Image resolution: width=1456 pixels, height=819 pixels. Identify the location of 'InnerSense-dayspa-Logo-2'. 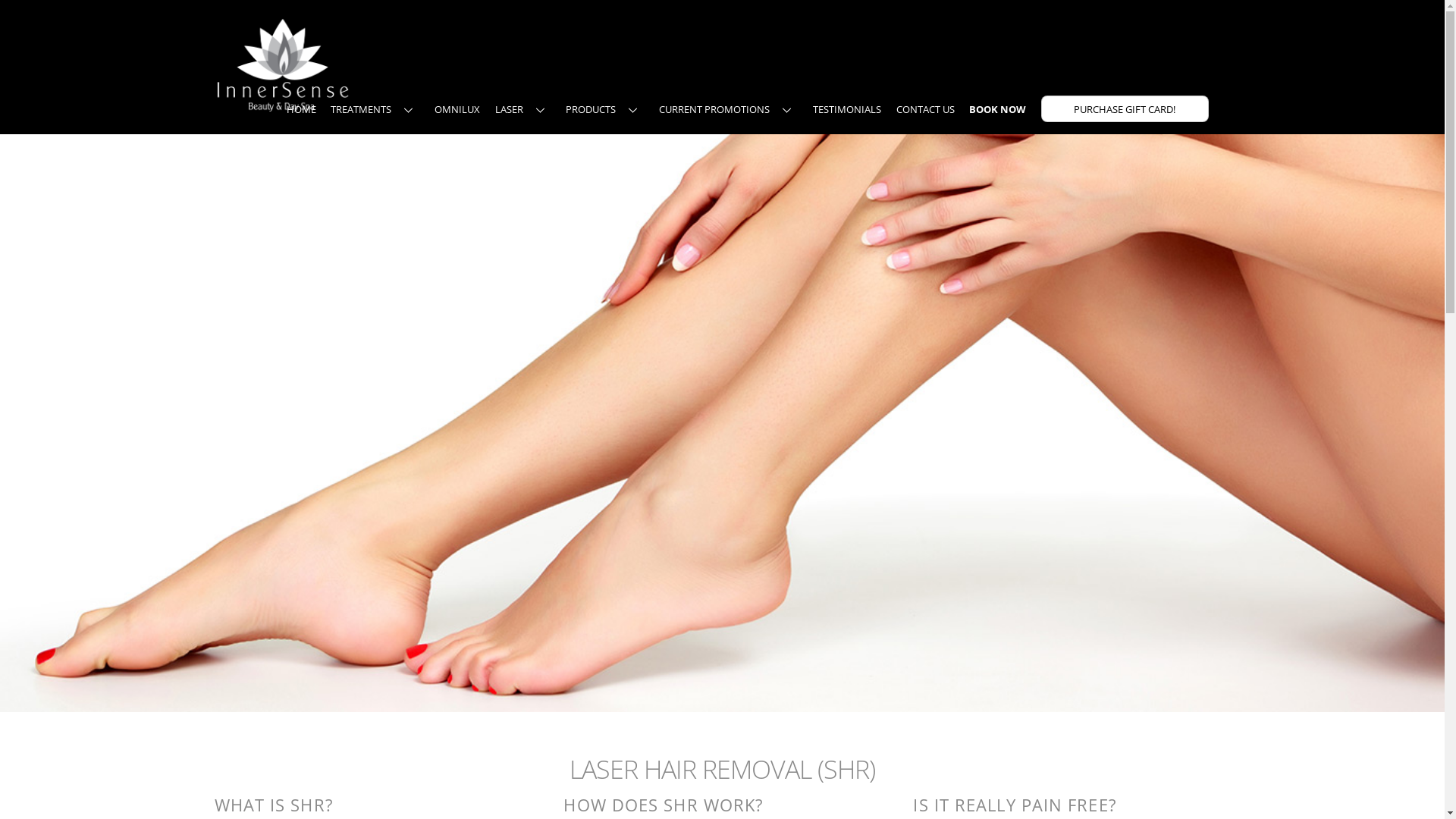
(282, 63).